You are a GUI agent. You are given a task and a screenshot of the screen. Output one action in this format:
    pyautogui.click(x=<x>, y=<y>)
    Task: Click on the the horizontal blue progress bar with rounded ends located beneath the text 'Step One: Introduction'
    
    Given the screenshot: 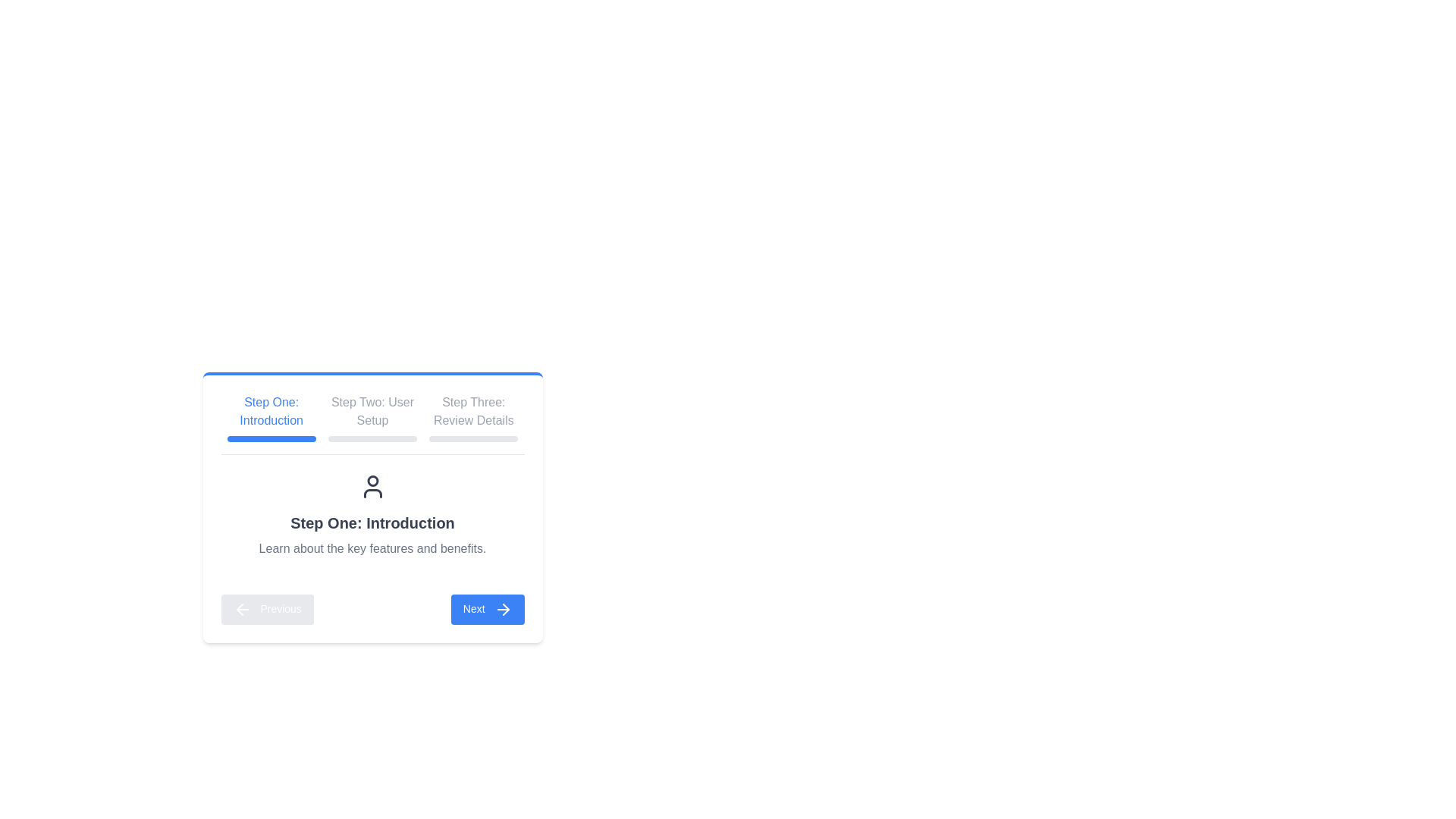 What is the action you would take?
    pyautogui.click(x=271, y=438)
    